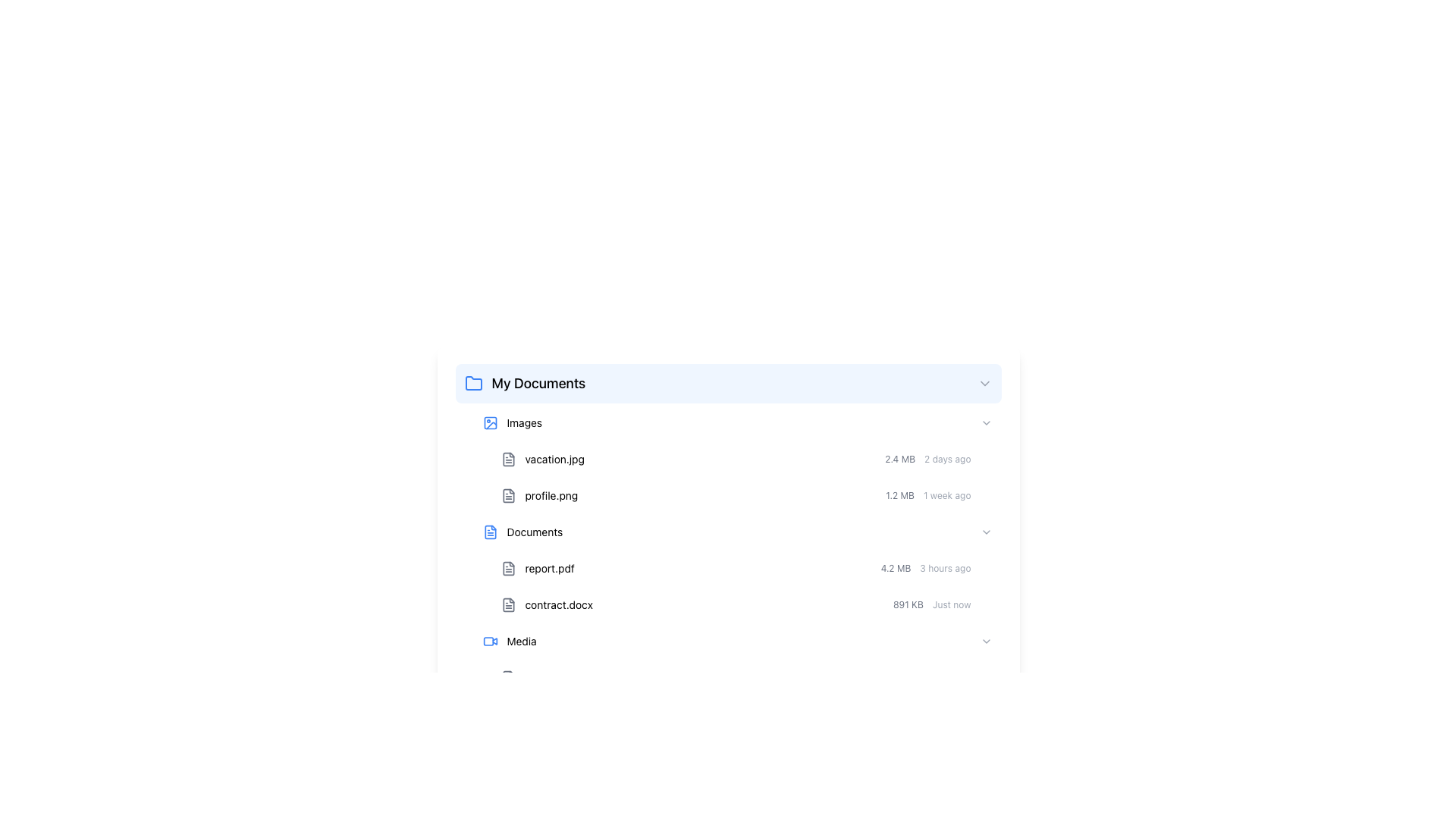 The height and width of the screenshot is (819, 1456). I want to click on the static text element displaying '2.4 MB', which is aligned to the right of the file name 'vacation.jpg' within its list item, so click(900, 458).